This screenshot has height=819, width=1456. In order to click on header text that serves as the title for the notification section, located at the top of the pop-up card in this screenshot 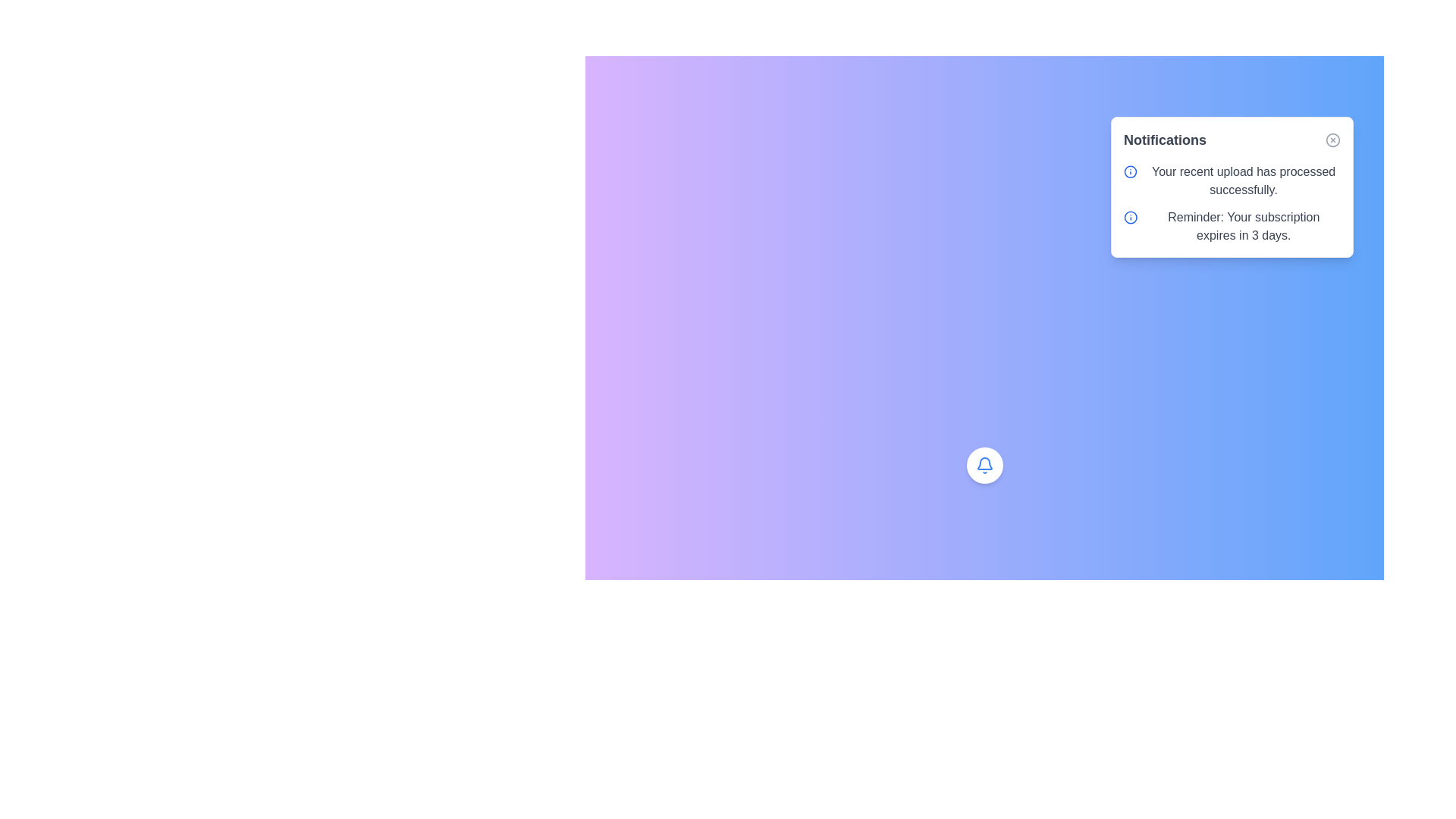, I will do `click(1164, 140)`.